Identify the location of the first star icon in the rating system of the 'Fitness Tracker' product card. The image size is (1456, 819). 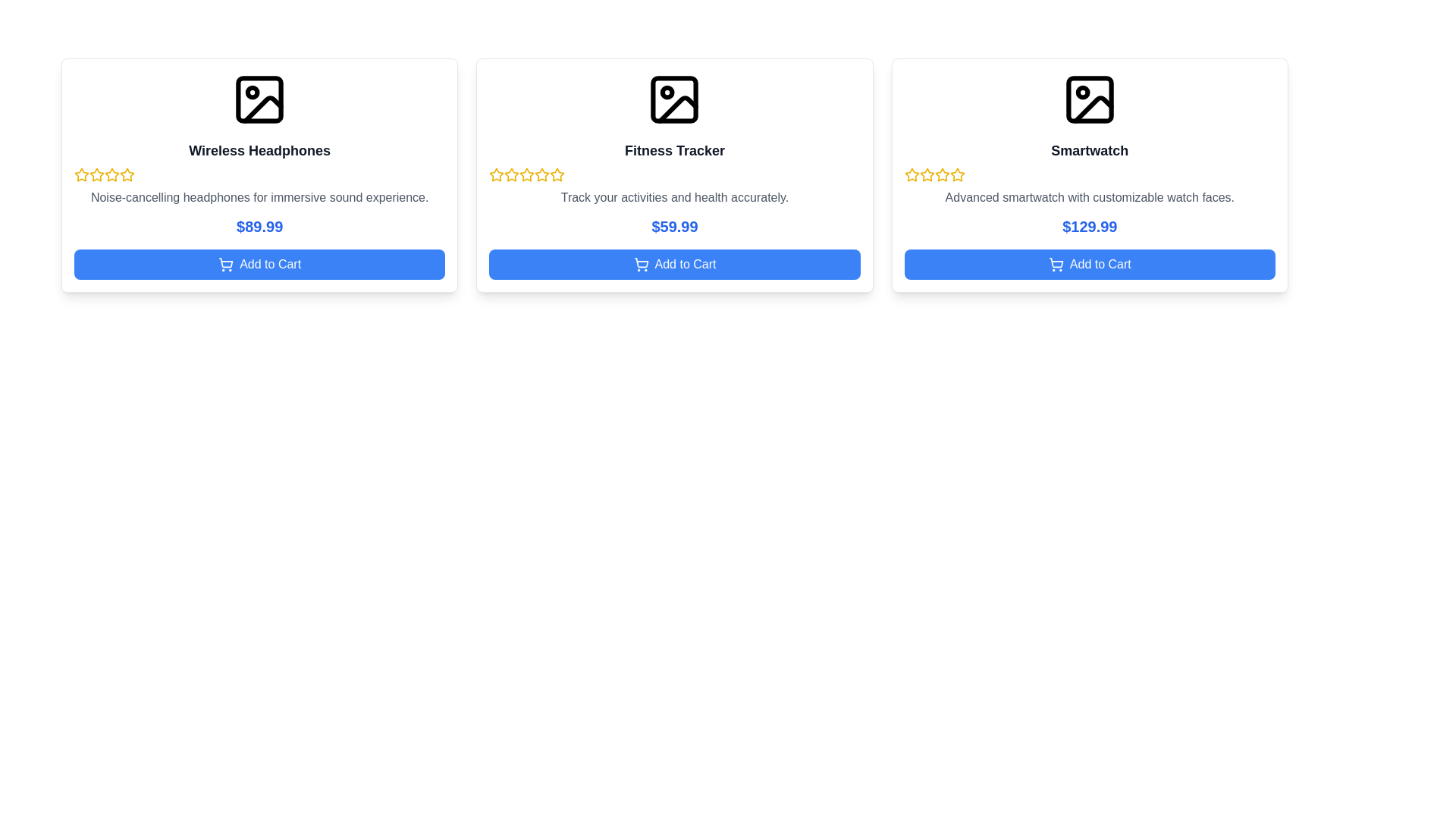
(497, 174).